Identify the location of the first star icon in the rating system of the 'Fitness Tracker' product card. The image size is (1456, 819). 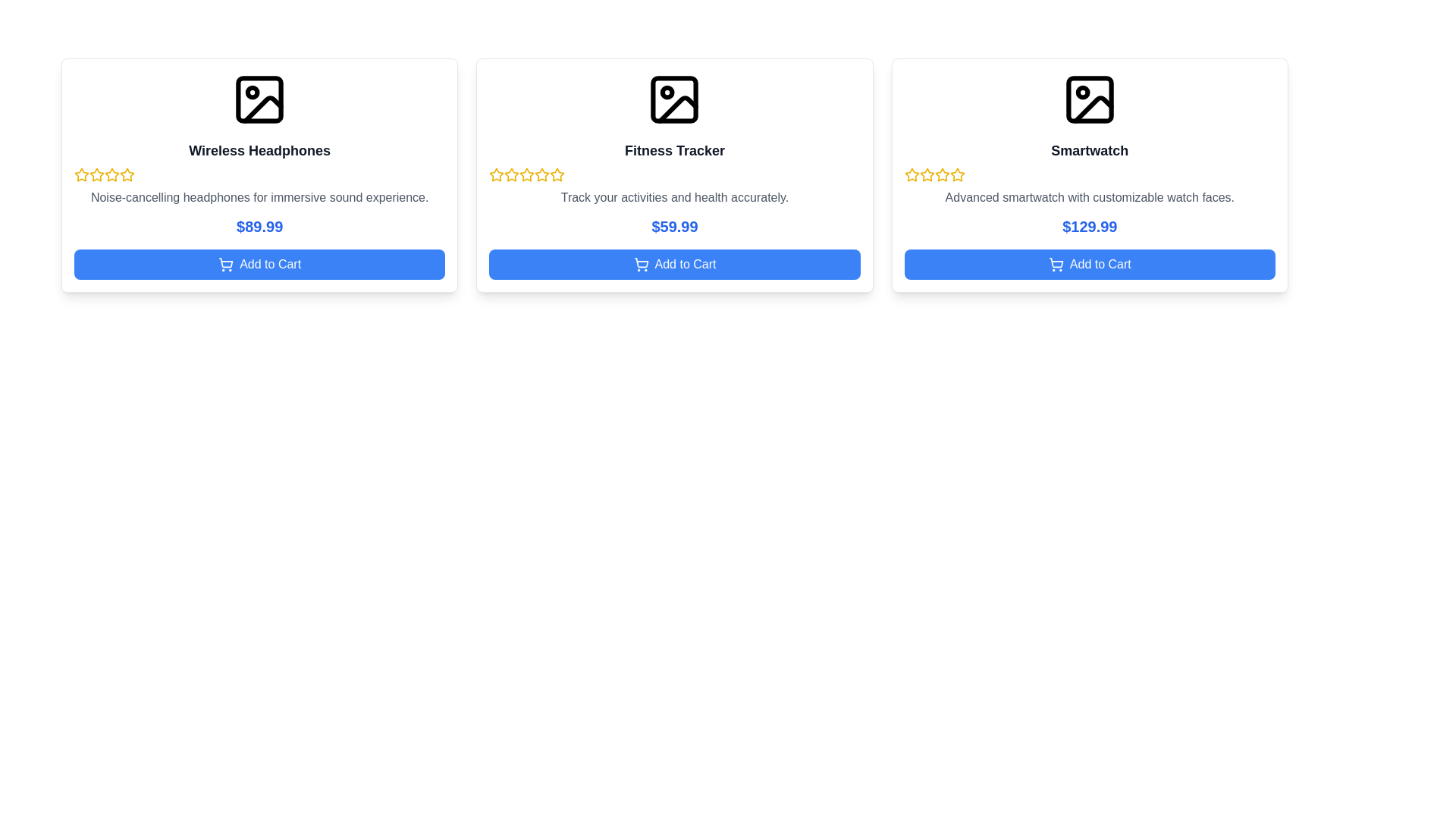
(497, 174).